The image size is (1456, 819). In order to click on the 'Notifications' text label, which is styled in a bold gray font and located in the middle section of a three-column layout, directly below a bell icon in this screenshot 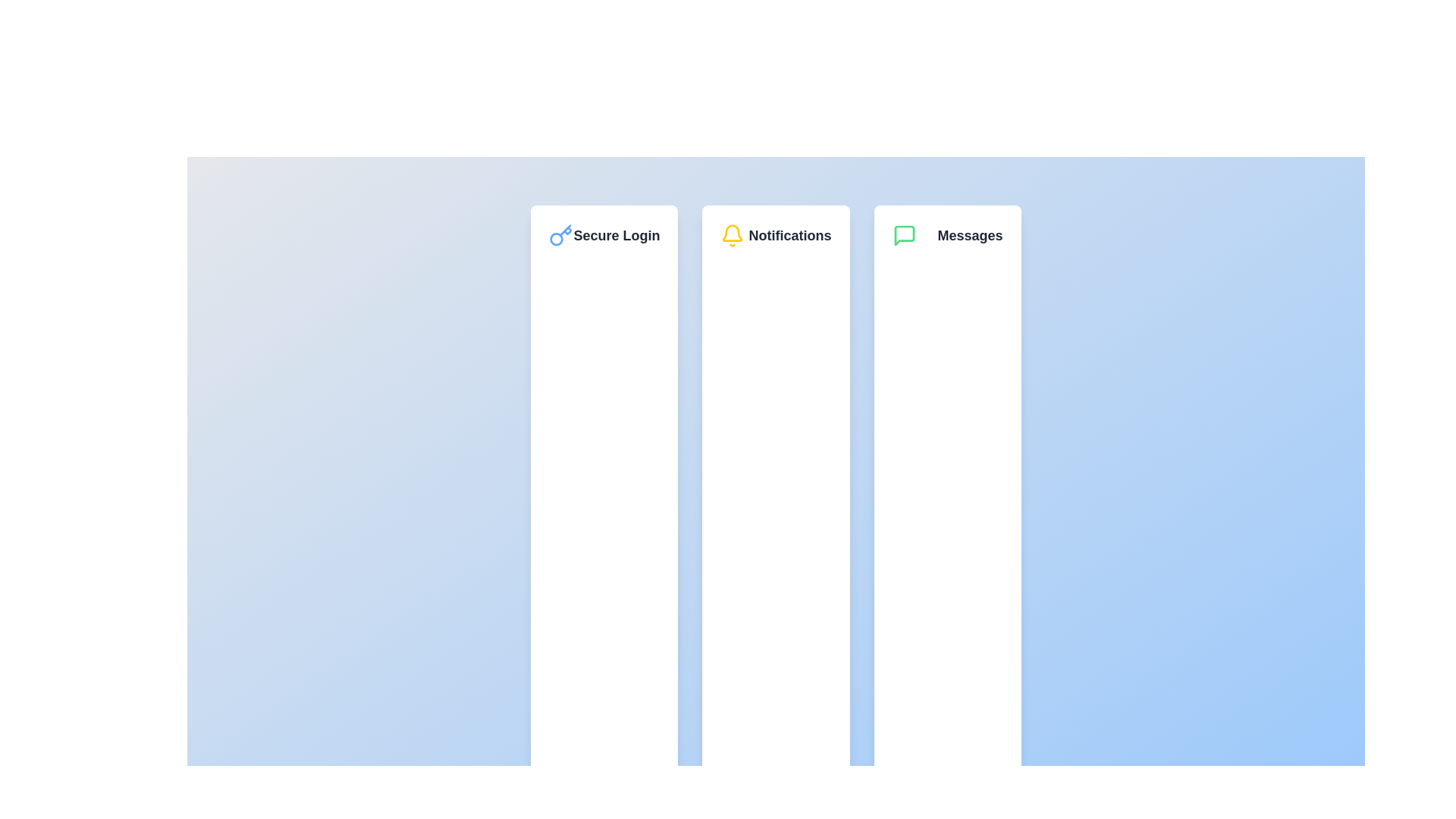, I will do `click(789, 236)`.